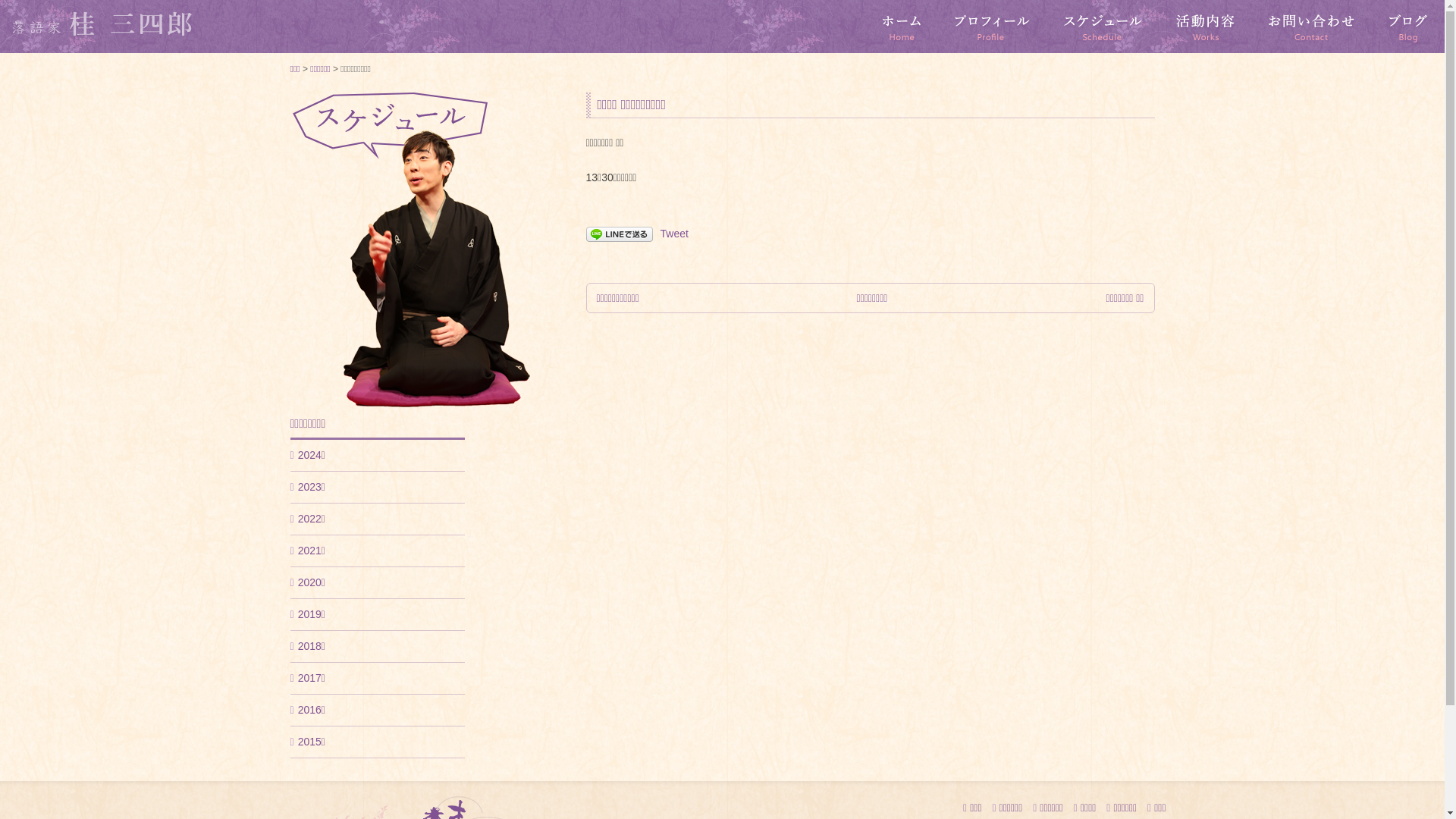  I want to click on 'Tweet', so click(673, 234).